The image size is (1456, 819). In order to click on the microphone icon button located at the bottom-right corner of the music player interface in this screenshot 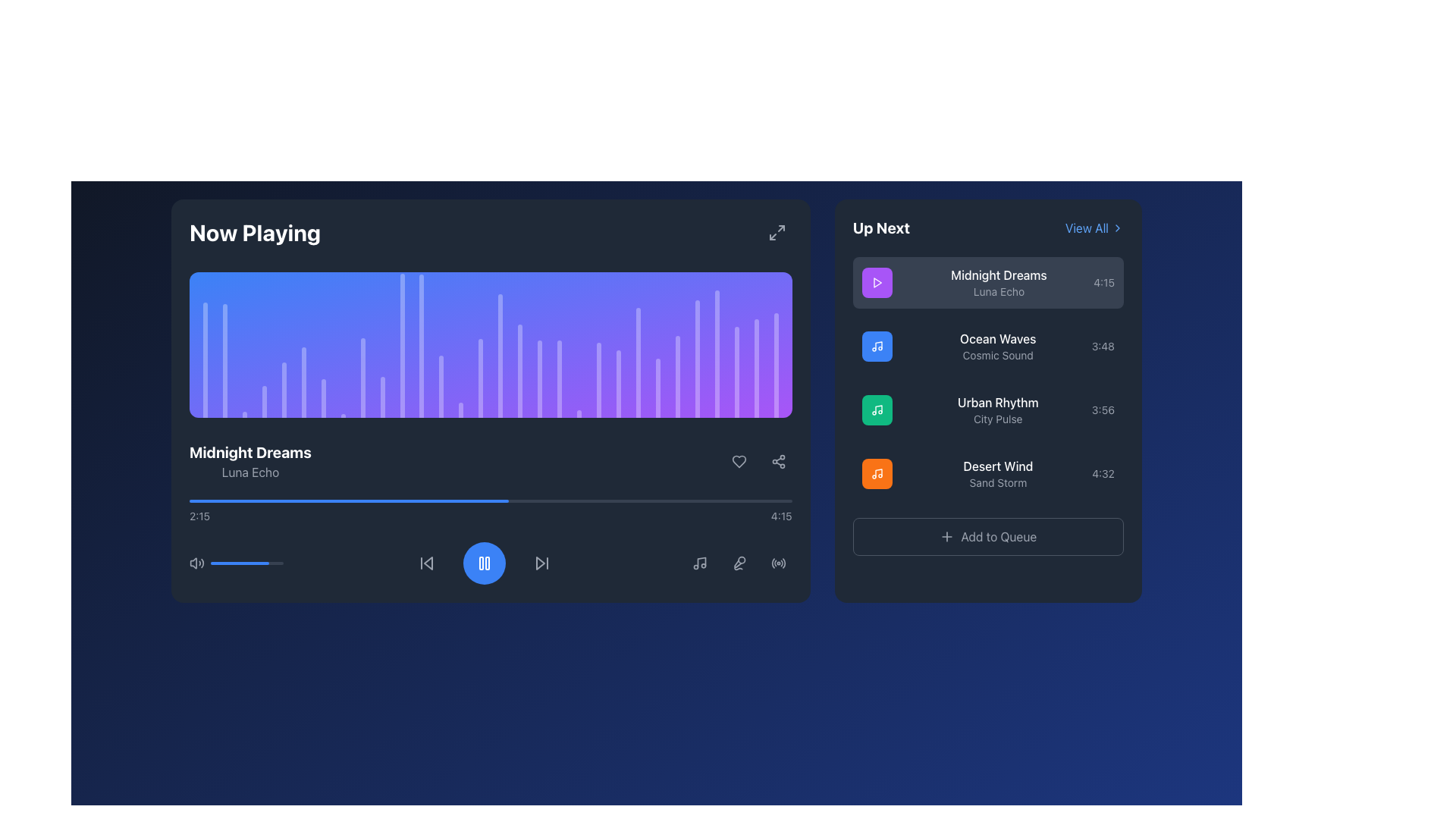, I will do `click(739, 563)`.